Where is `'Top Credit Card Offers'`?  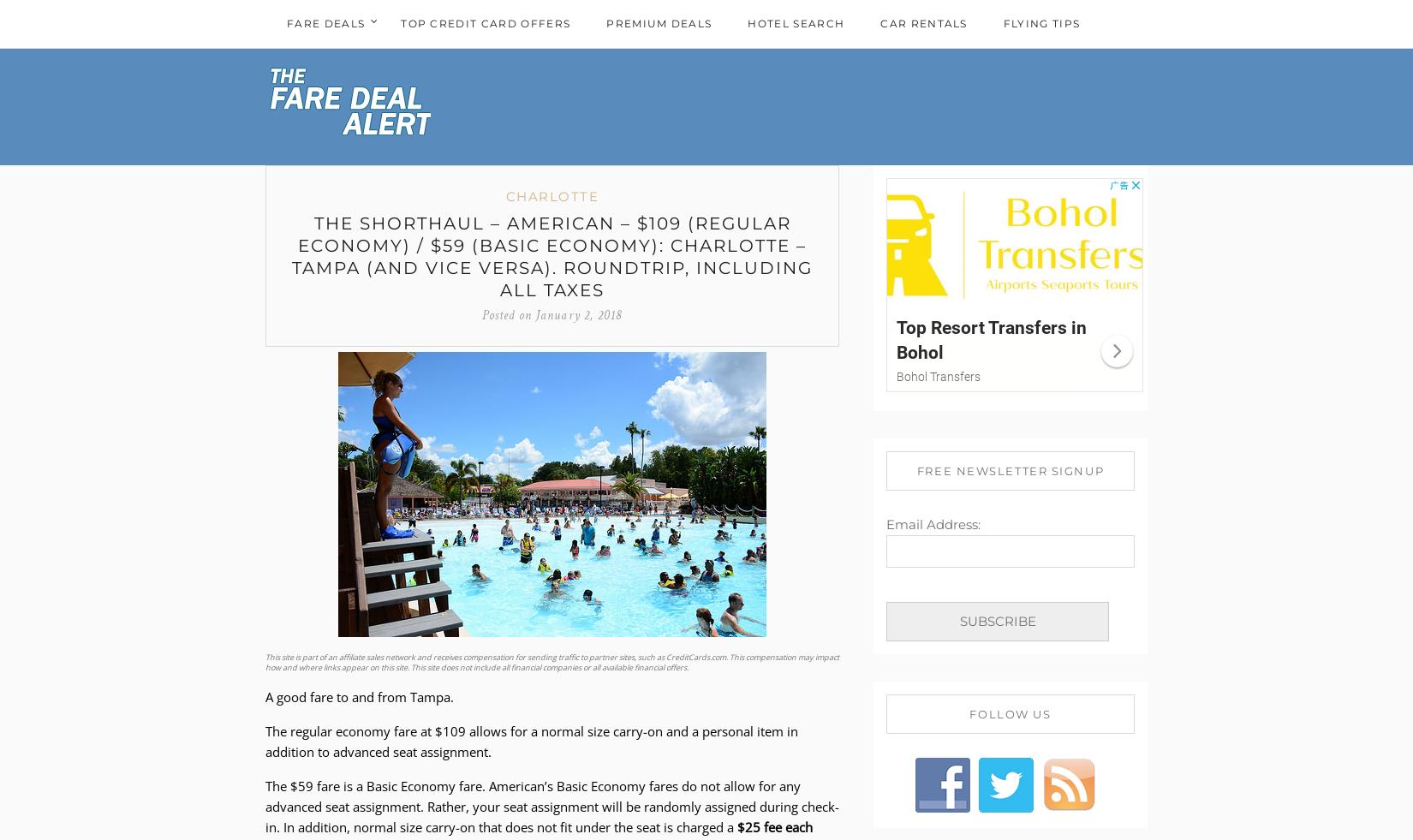 'Top Credit Card Offers' is located at coordinates (484, 22).